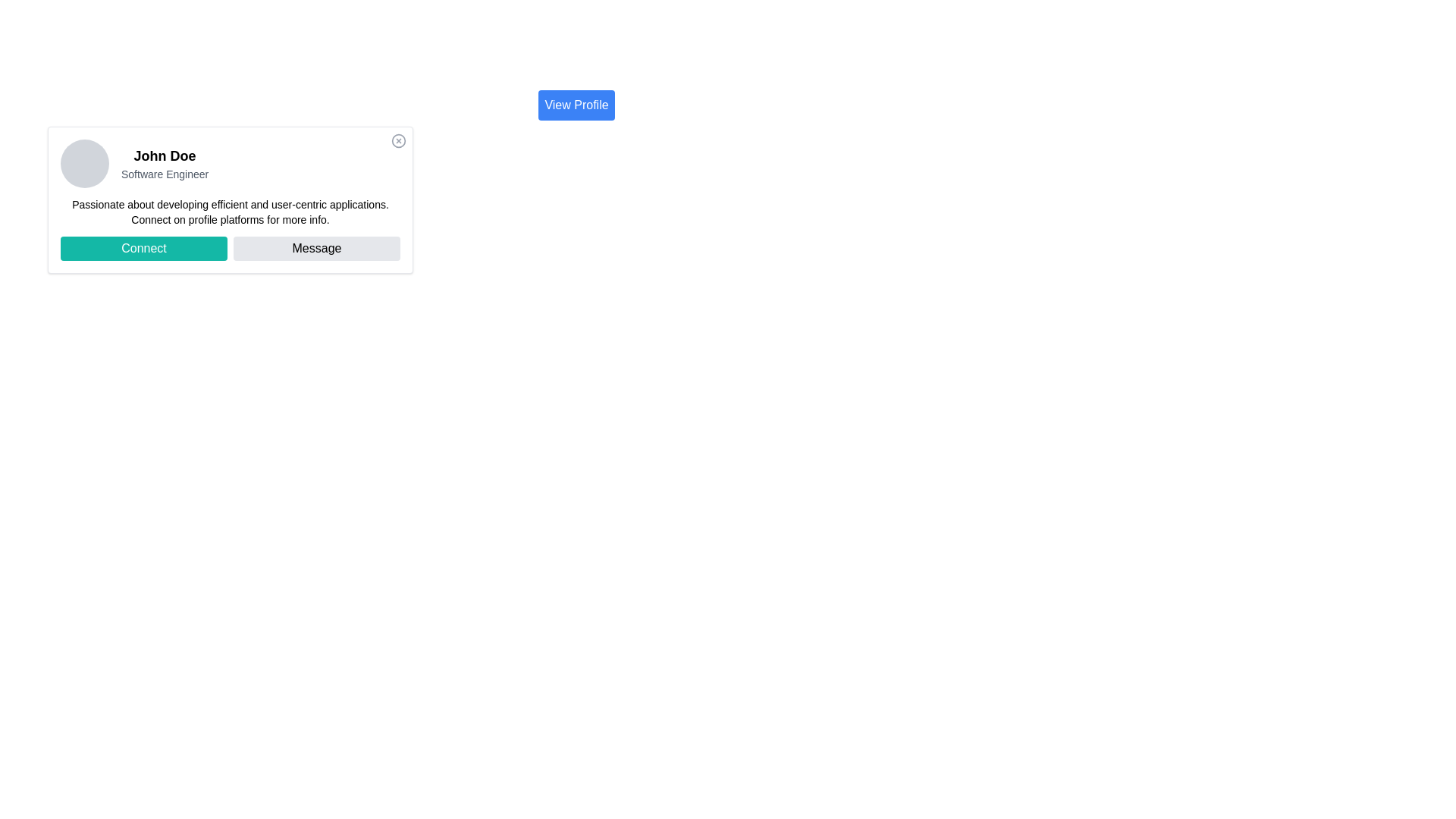 The image size is (1456, 819). I want to click on the 'Connect' button in the grouped button element below the user information card for 'John Doe' to initiate a connection request, so click(229, 247).